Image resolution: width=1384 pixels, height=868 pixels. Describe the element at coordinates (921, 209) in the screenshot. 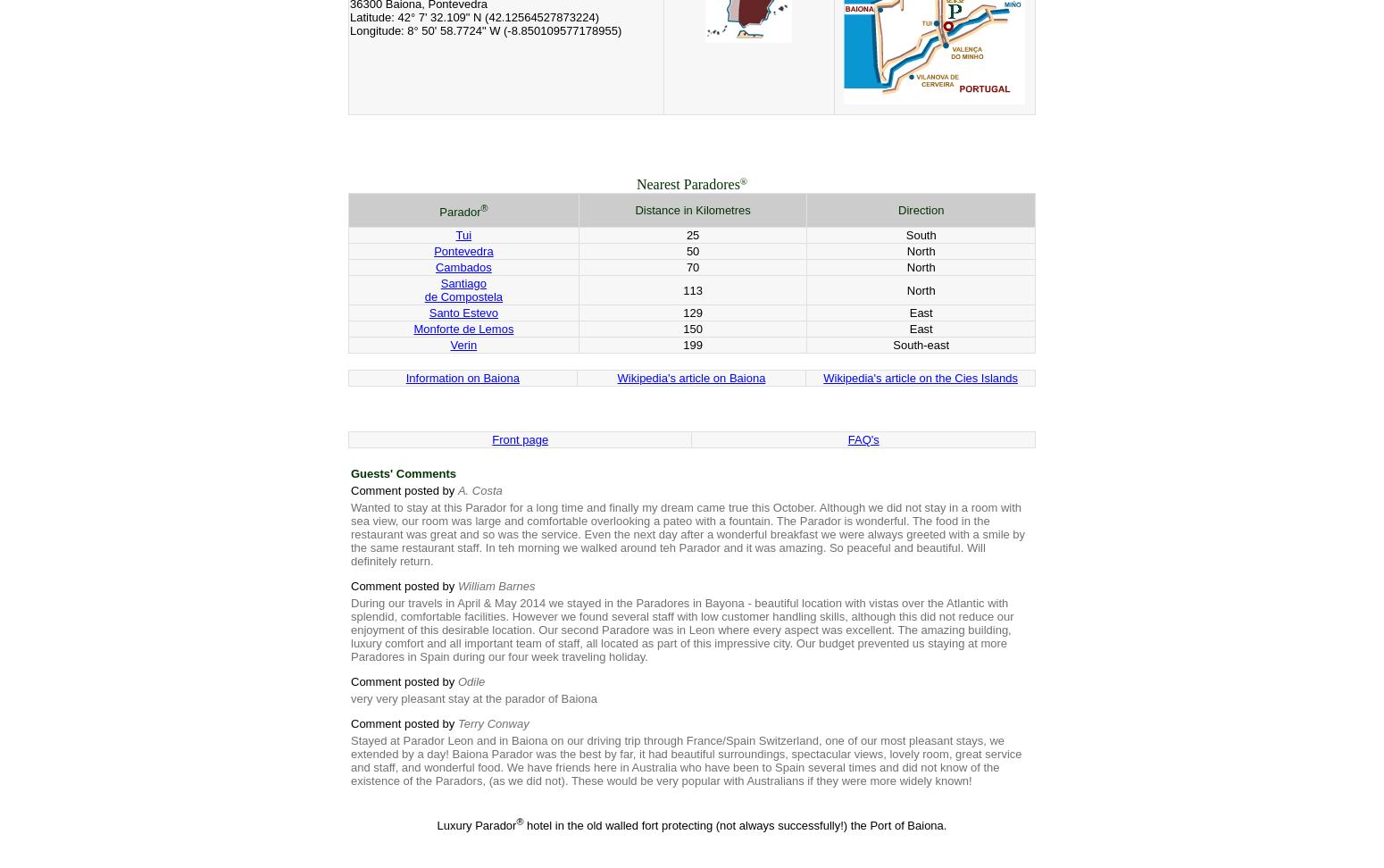

I see `'Direction'` at that location.